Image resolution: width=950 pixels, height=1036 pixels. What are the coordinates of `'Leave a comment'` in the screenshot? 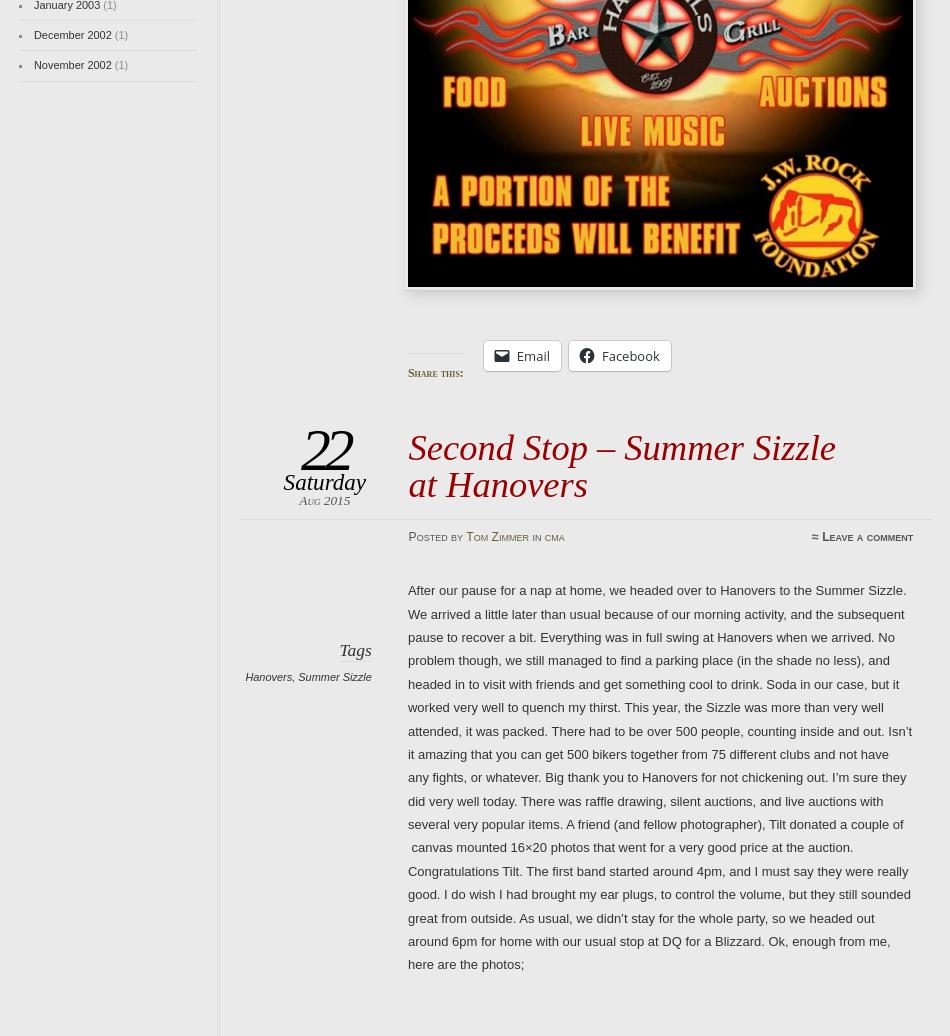 It's located at (821, 536).